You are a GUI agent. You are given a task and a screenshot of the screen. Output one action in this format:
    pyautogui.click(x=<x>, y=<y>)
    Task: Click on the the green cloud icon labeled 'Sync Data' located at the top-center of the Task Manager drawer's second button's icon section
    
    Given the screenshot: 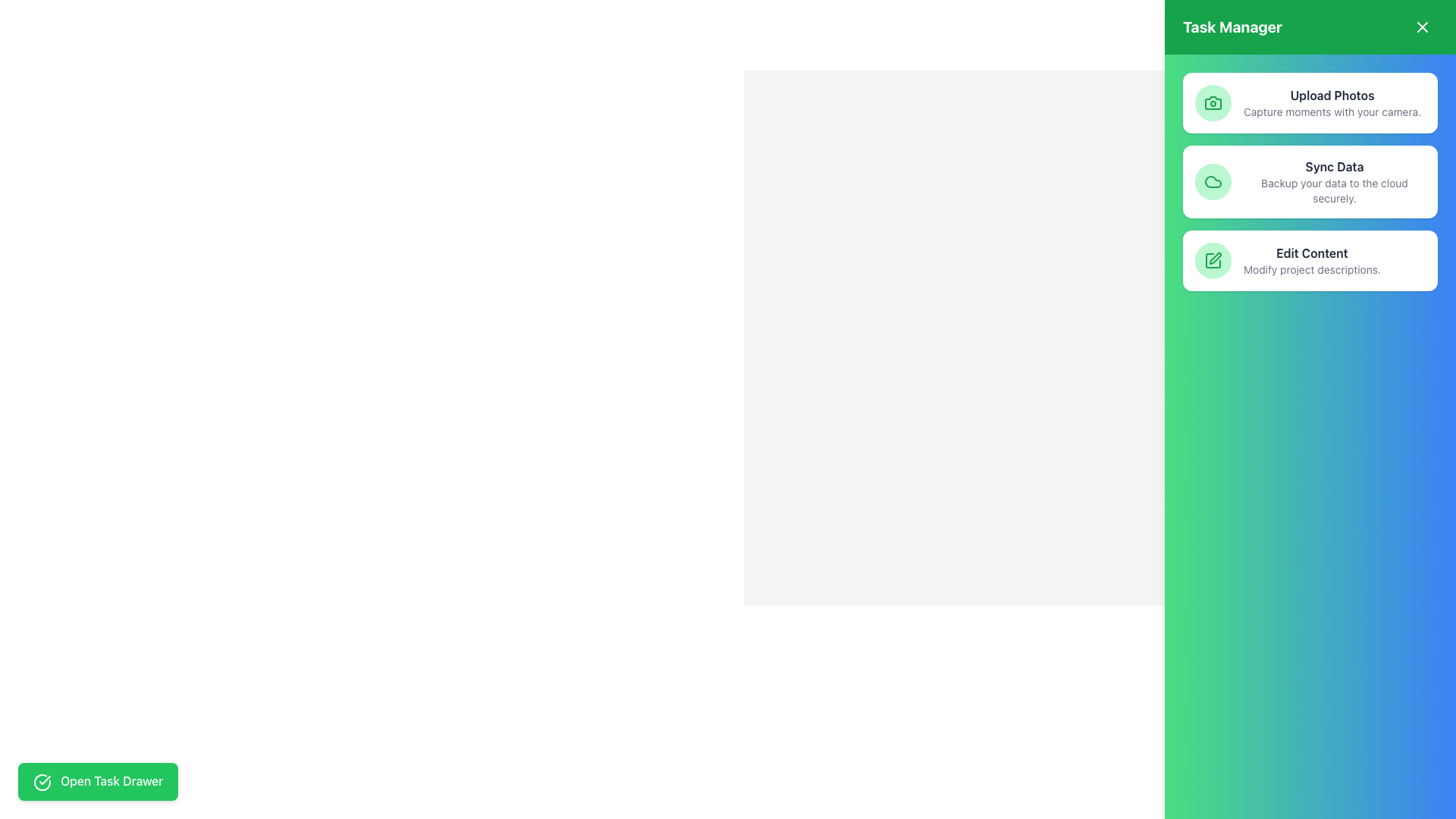 What is the action you would take?
    pyautogui.click(x=1212, y=180)
    